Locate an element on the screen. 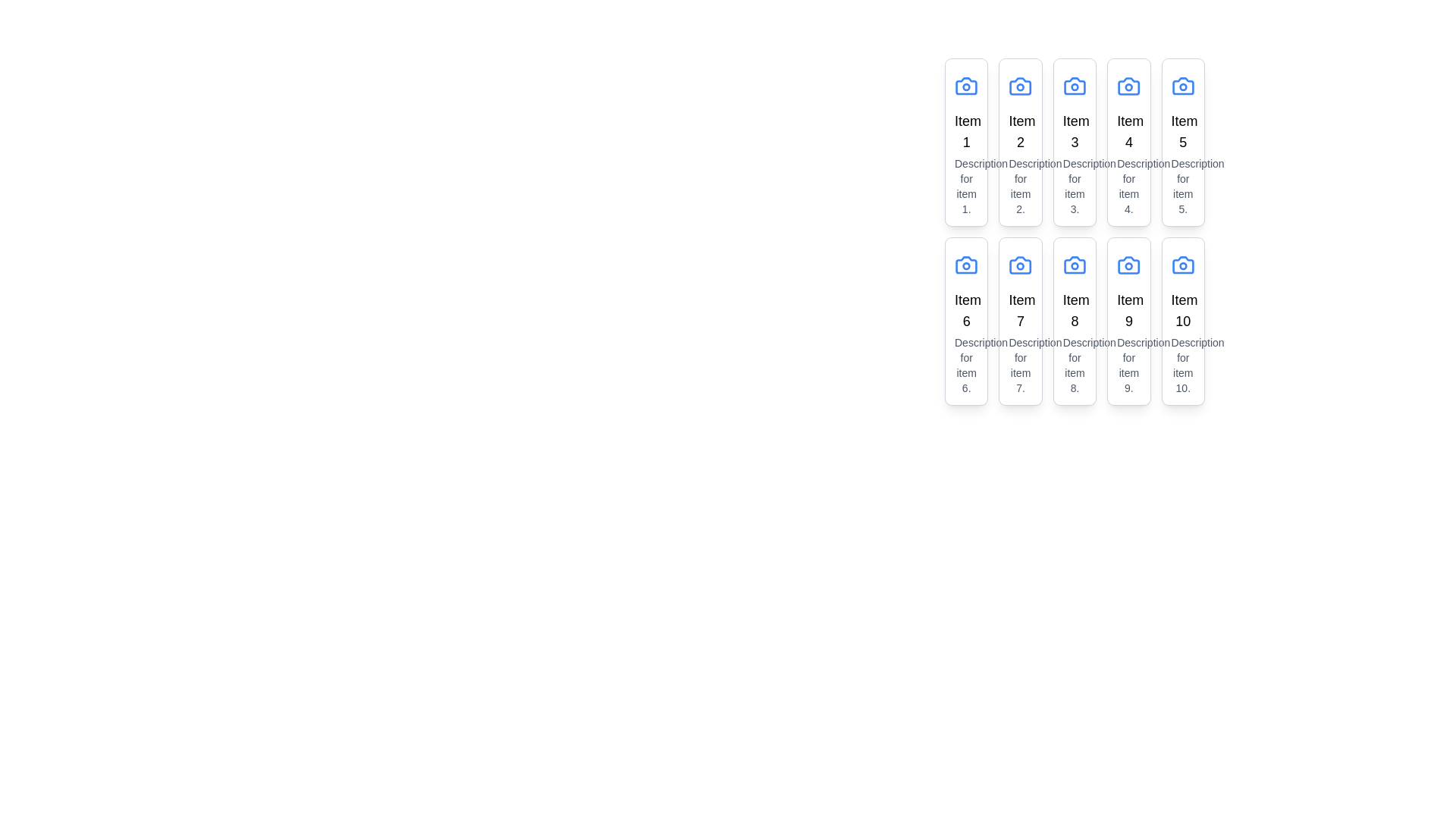  the photo-related icon located in 'Item 9' card on the second row and fourth column is located at coordinates (1128, 265).